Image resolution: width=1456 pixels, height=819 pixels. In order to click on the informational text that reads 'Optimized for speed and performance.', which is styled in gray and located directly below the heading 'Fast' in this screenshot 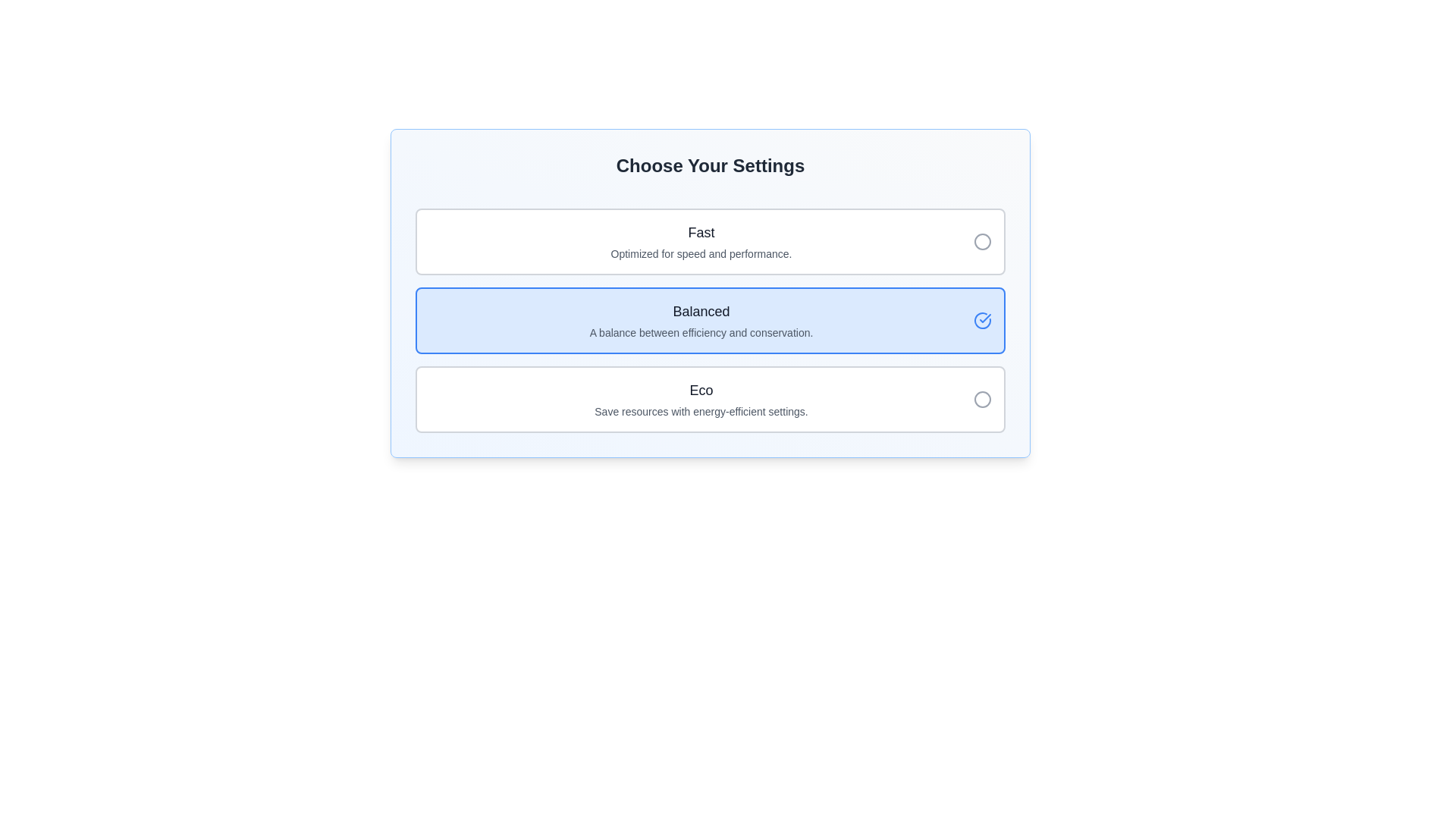, I will do `click(701, 253)`.